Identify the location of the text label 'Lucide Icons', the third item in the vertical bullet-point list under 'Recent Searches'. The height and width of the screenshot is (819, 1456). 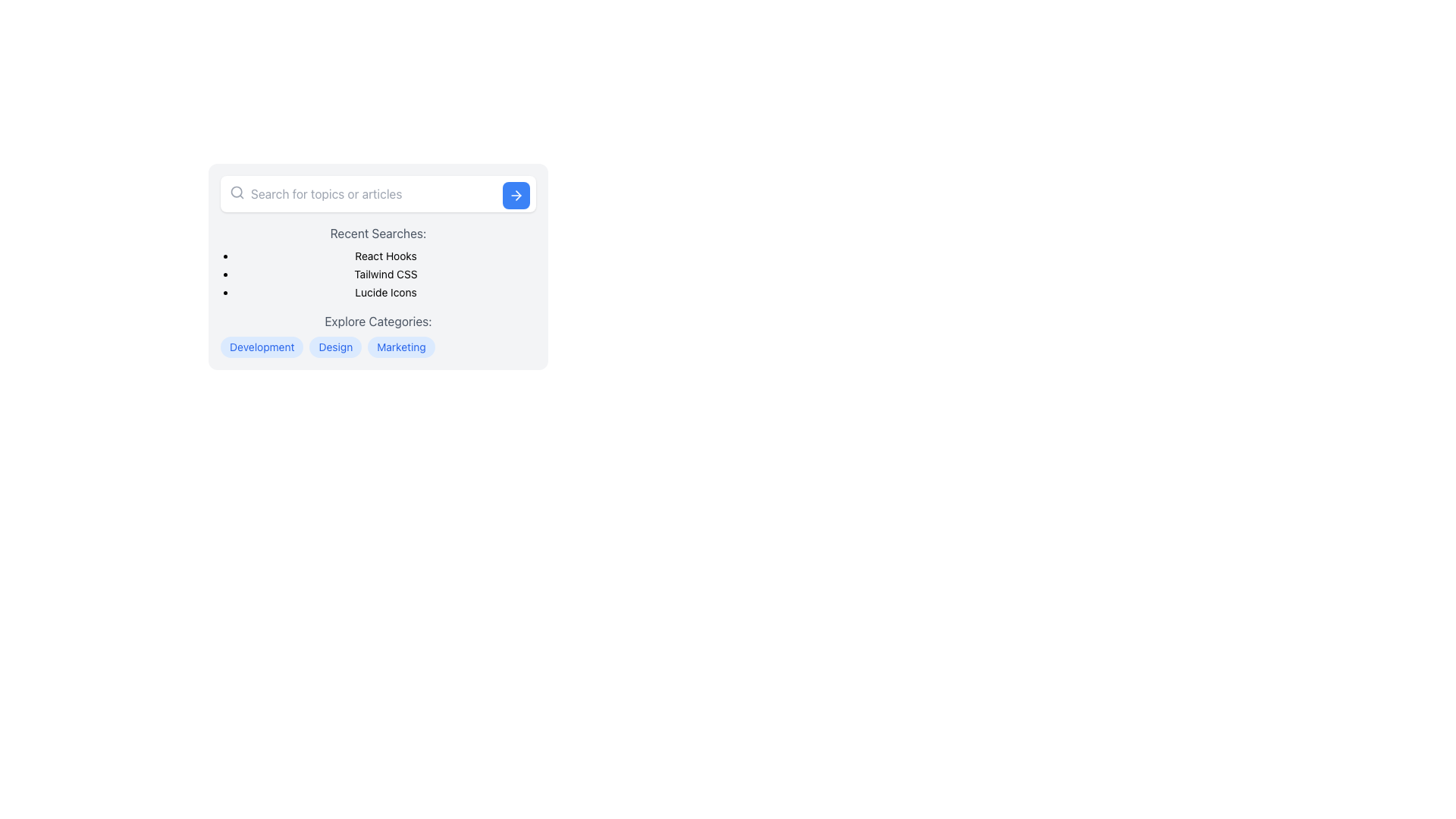
(385, 292).